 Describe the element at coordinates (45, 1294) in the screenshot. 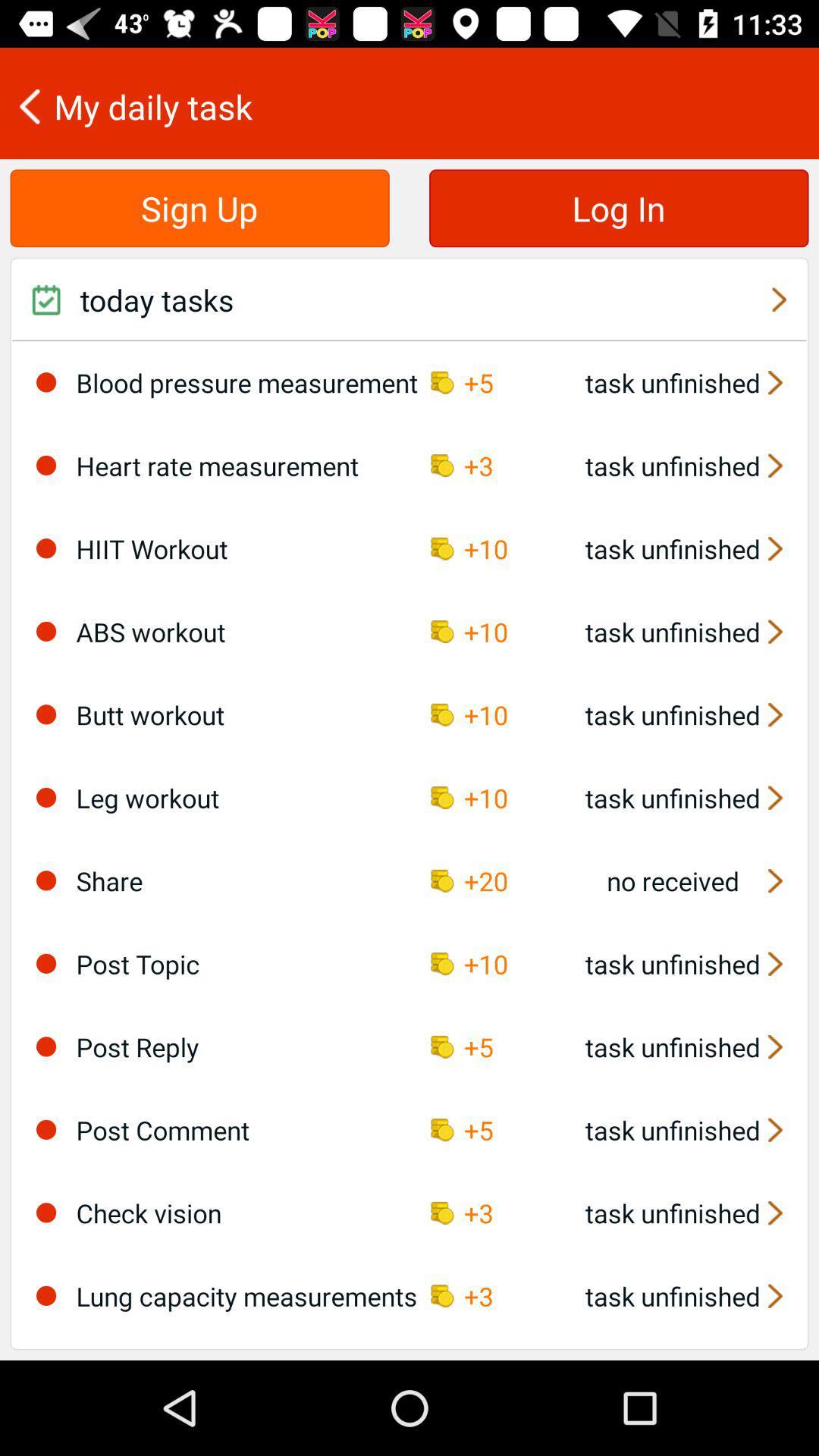

I see `item next to lung capacity measurements icon` at that location.